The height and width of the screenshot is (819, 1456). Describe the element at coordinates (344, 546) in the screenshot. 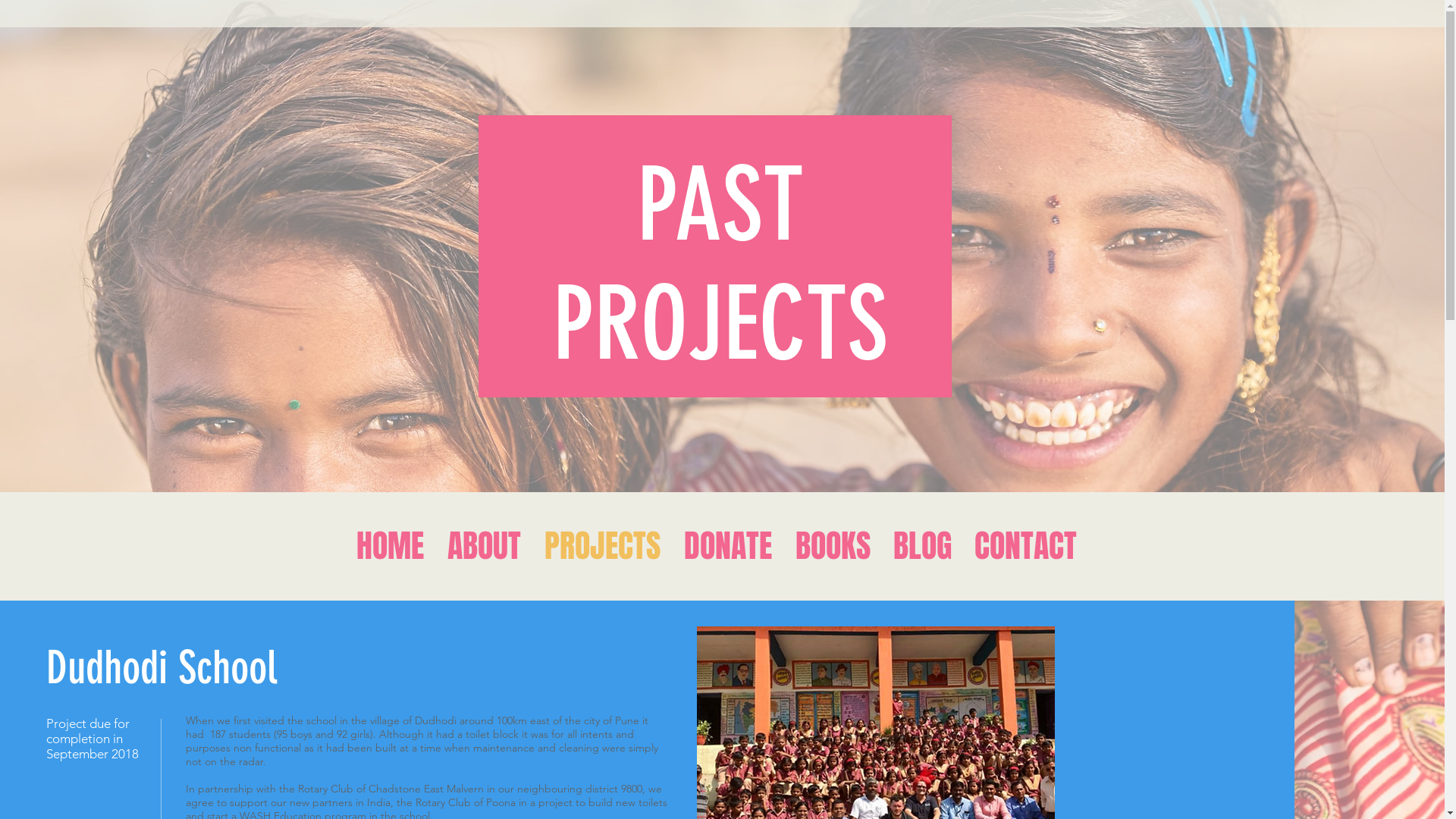

I see `'HOME'` at that location.